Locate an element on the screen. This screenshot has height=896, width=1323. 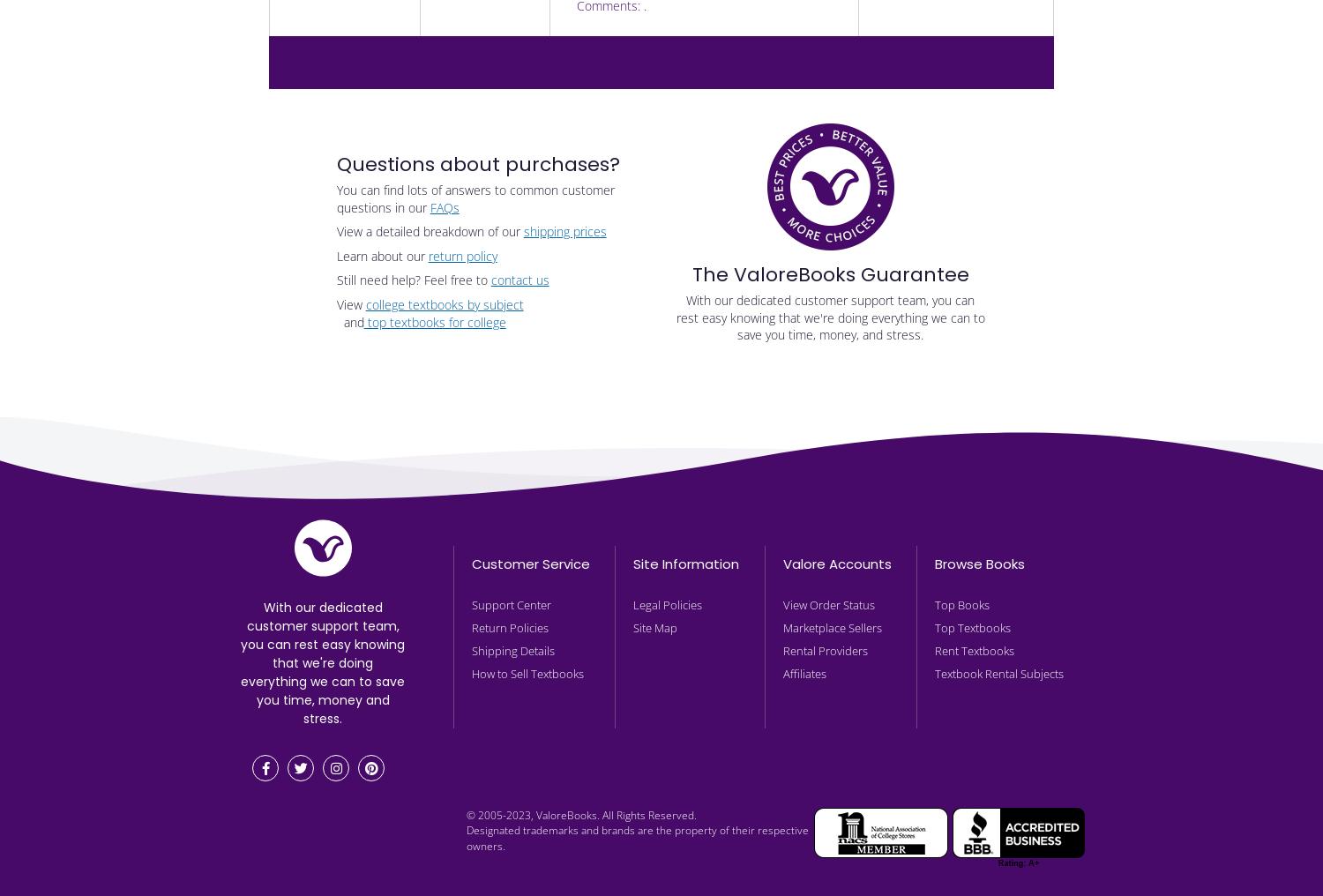
'View Order Status' is located at coordinates (827, 604).